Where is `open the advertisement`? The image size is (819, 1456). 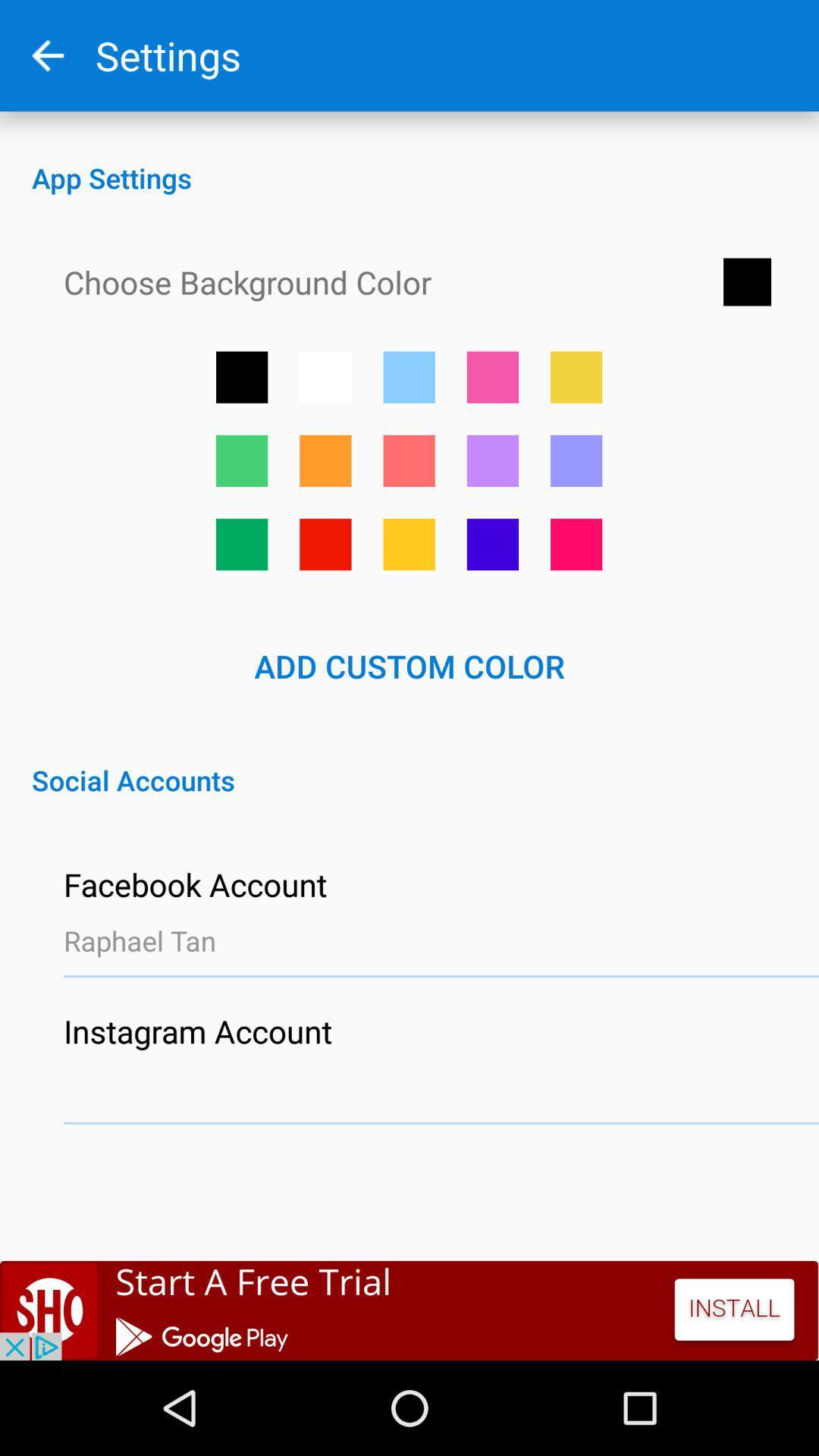
open the advertisement is located at coordinates (409, 1310).